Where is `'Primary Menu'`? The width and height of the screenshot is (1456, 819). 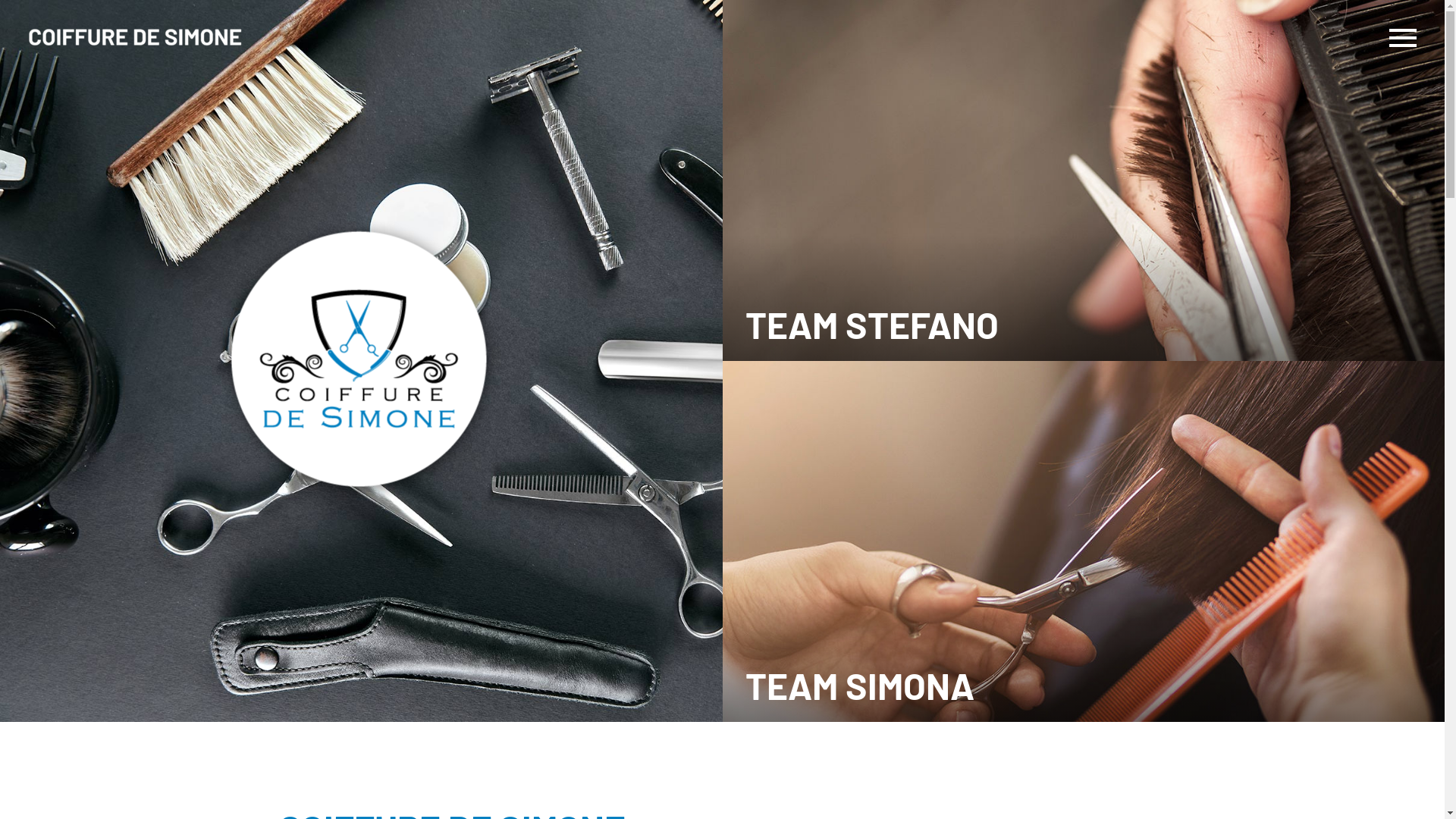 'Primary Menu' is located at coordinates (1401, 37).